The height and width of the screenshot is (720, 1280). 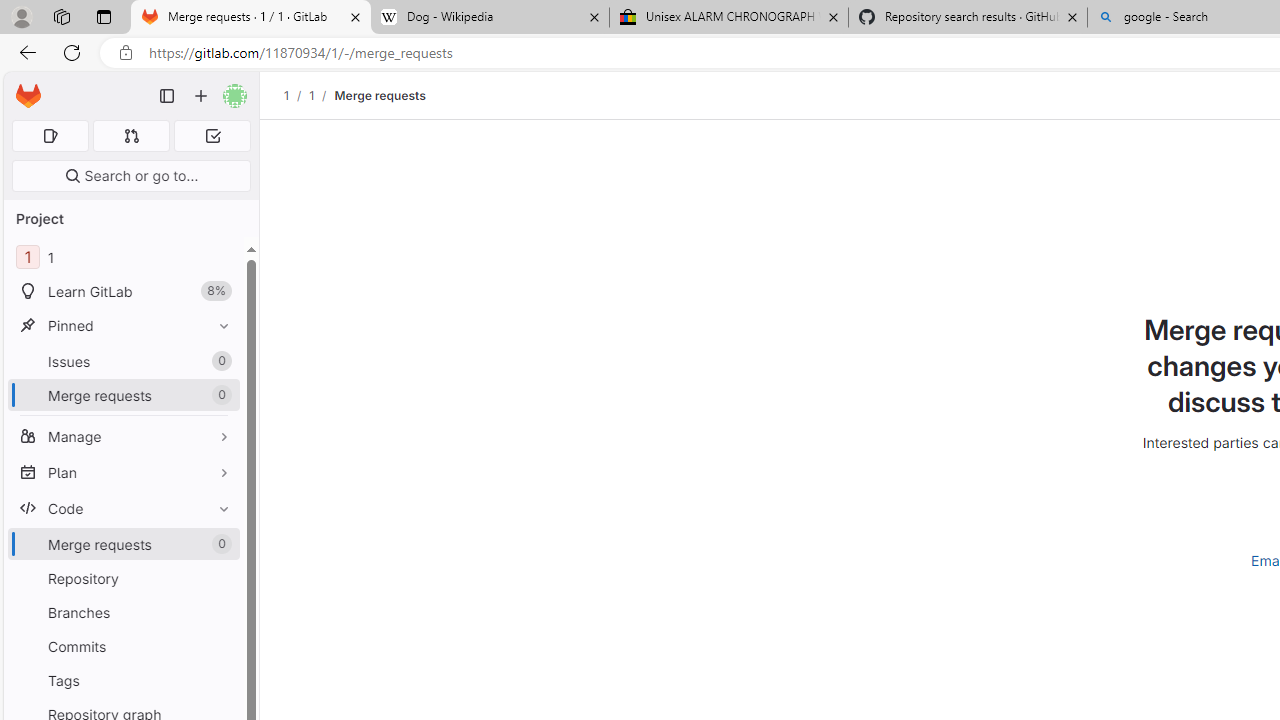 What do you see at coordinates (123, 679) in the screenshot?
I see `'Tags'` at bounding box center [123, 679].